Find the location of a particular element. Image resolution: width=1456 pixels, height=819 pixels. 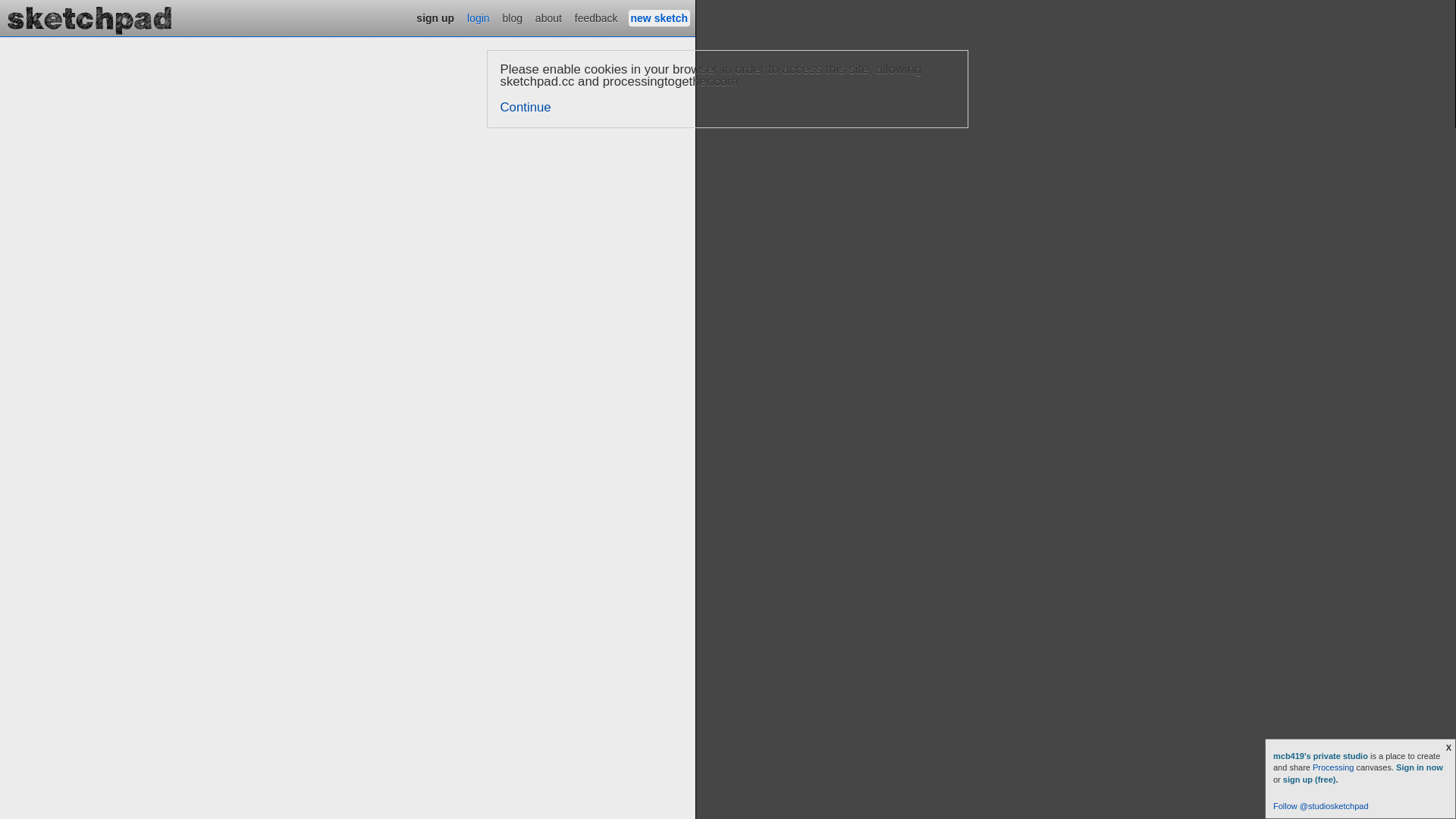

'Processing' is located at coordinates (1332, 767).